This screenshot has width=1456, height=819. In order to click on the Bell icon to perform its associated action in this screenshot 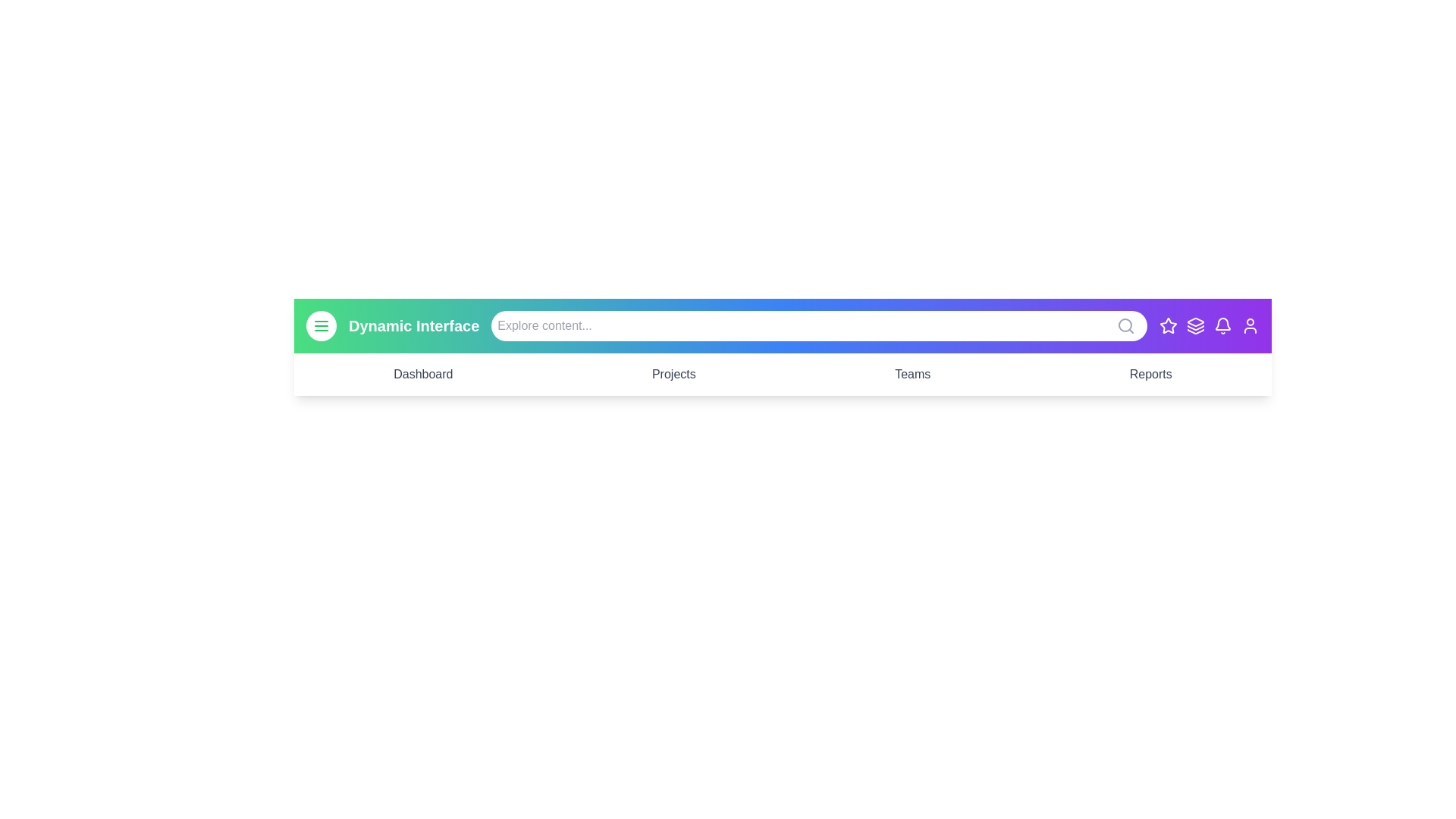, I will do `click(1222, 325)`.